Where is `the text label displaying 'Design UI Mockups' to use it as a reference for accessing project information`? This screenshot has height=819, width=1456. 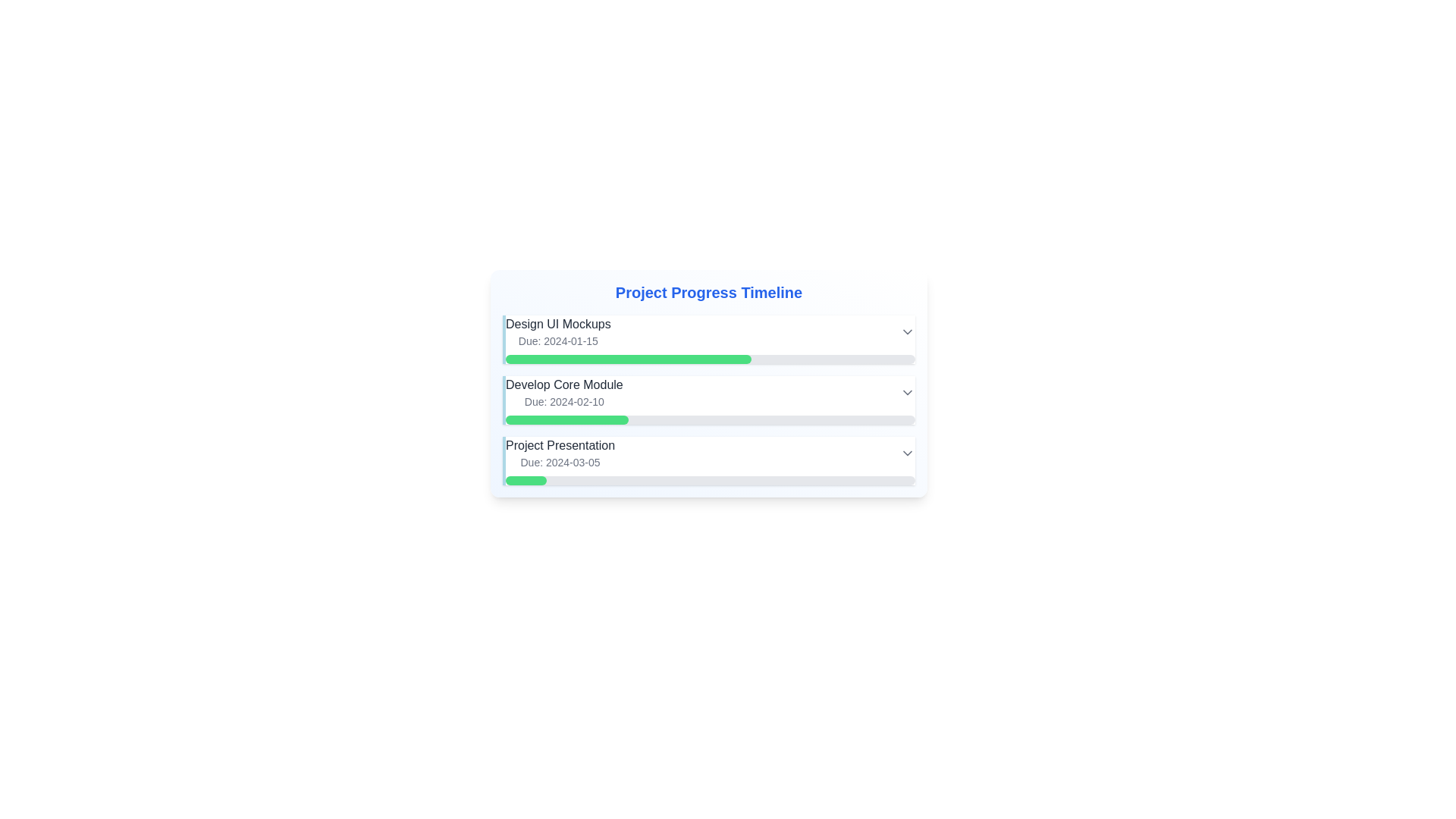 the text label displaying 'Design UI Mockups' to use it as a reference for accessing project information is located at coordinates (557, 324).